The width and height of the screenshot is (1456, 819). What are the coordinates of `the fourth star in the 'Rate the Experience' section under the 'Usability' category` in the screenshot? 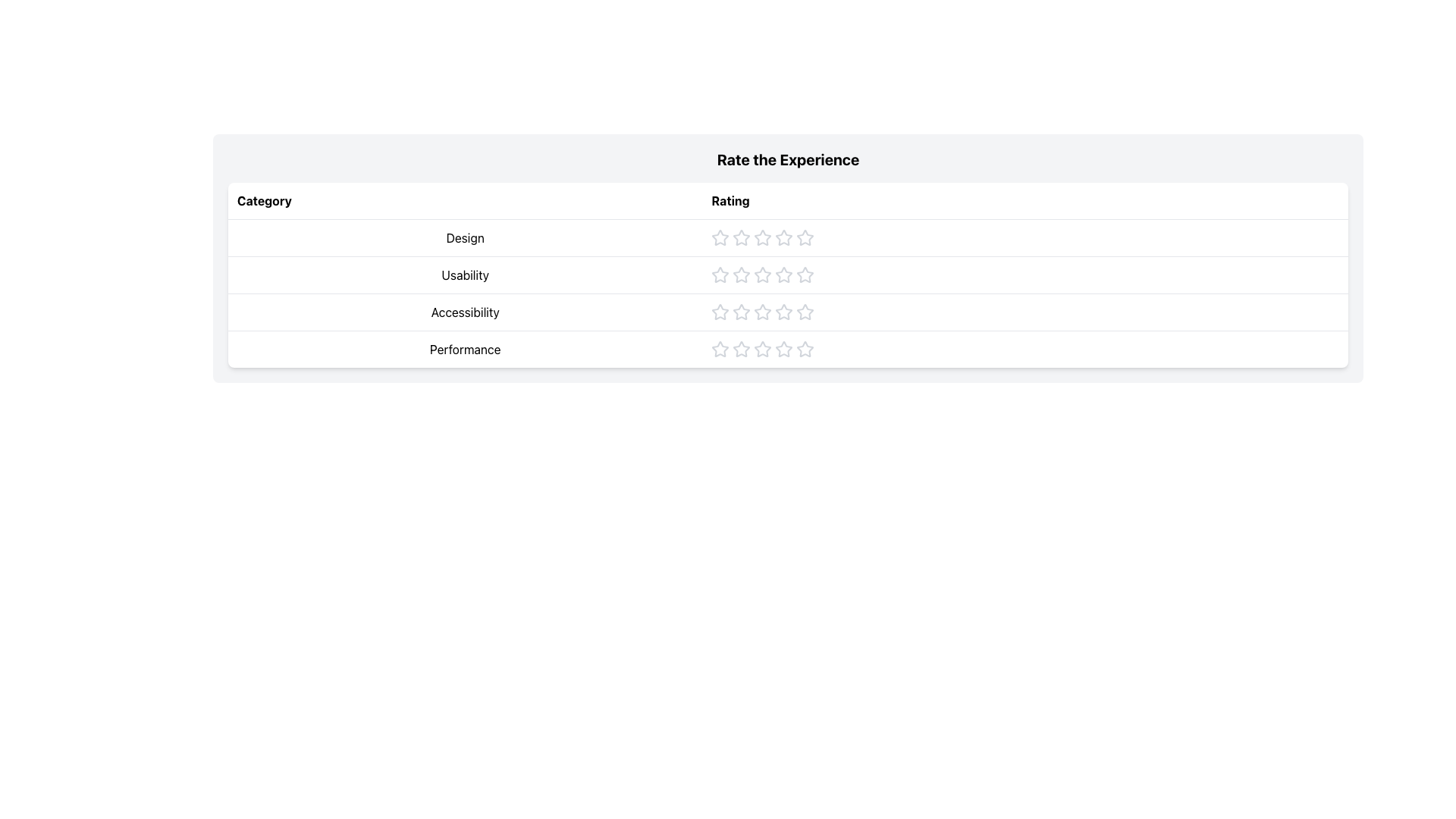 It's located at (783, 275).